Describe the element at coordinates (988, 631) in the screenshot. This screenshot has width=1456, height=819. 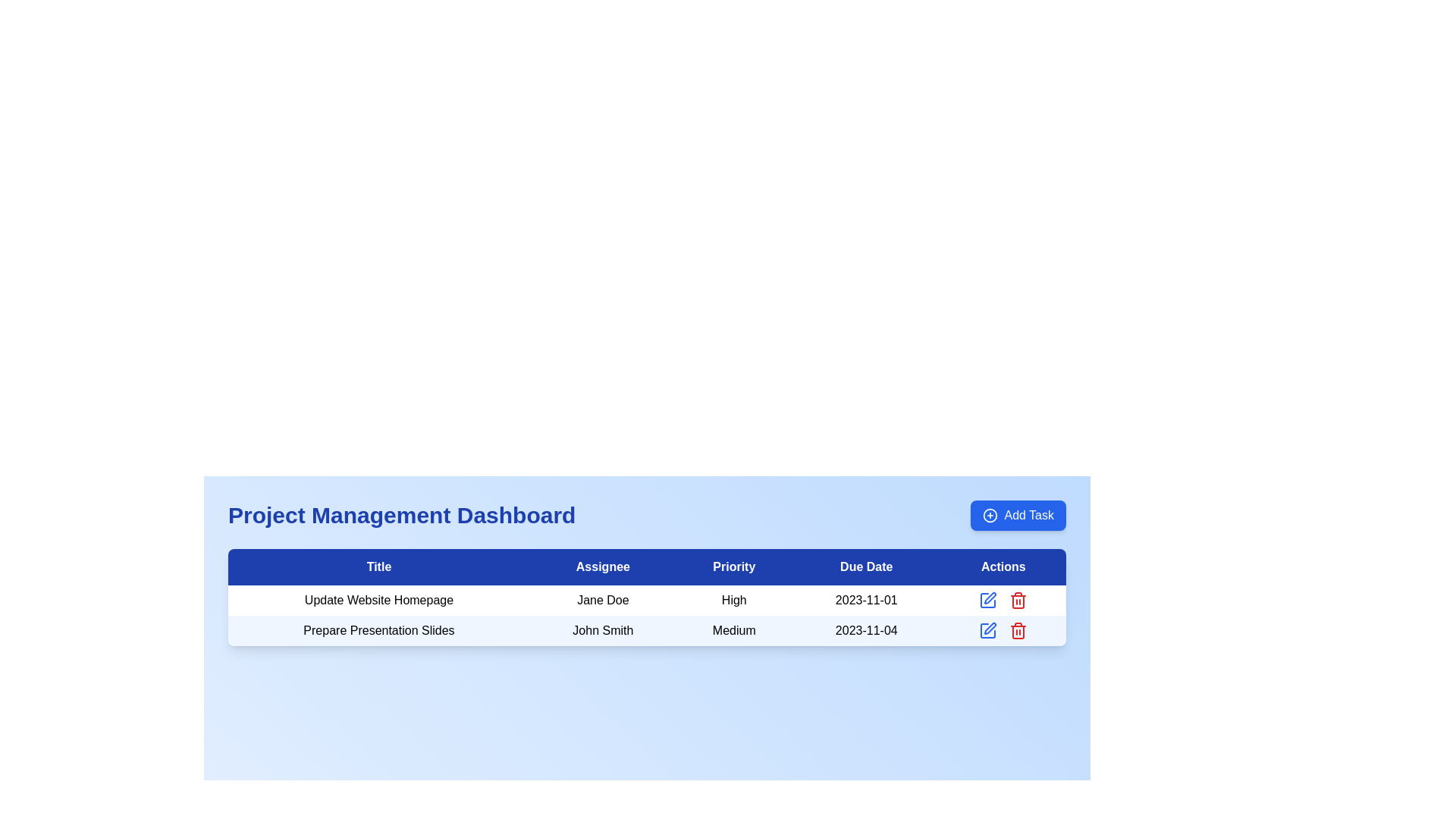
I see `the edit button in the 'Actions' column of the second row of the table` at that location.